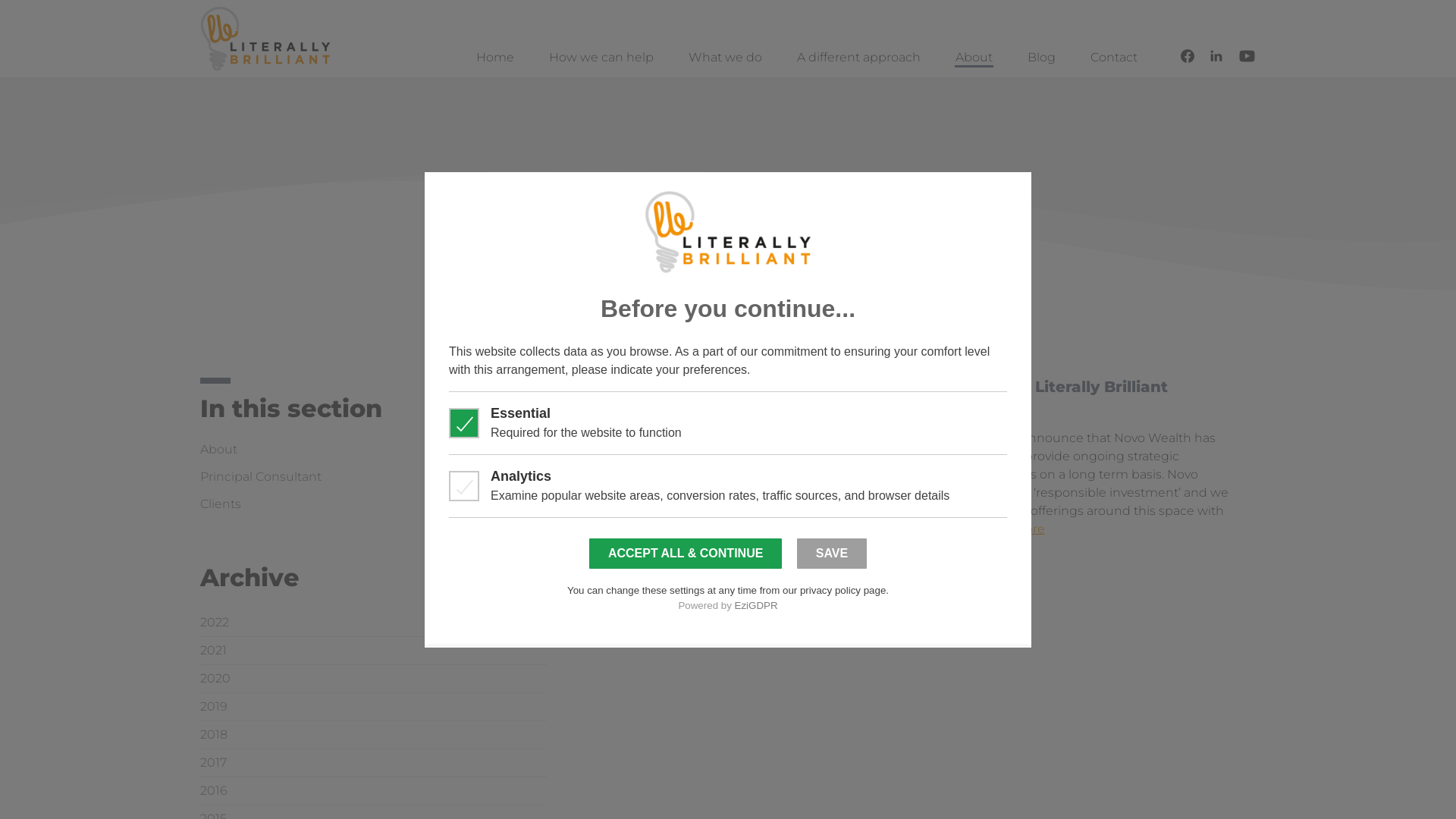  Describe the element at coordinates (724, 57) in the screenshot. I see `'What we do'` at that location.